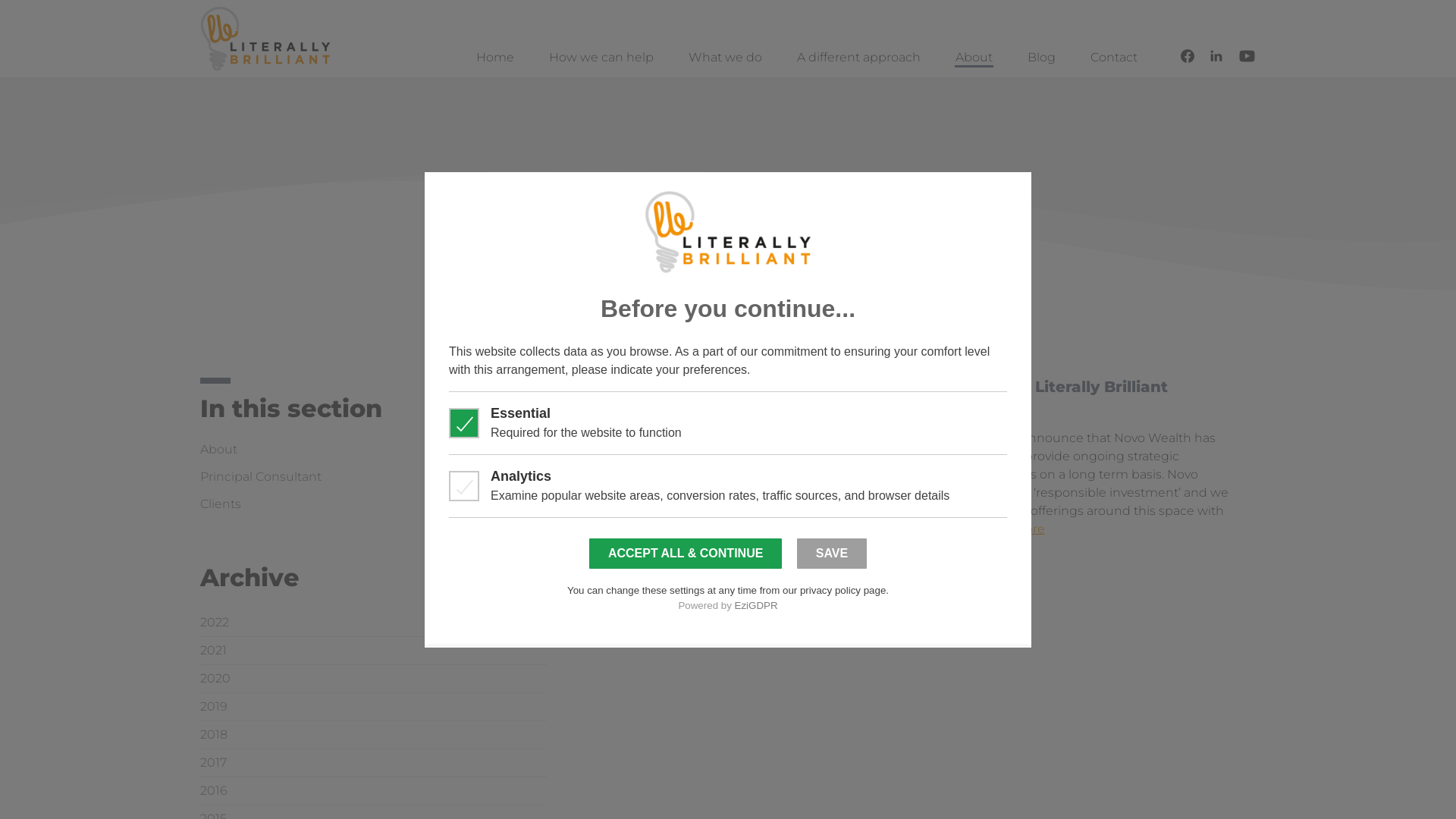  Describe the element at coordinates (724, 57) in the screenshot. I see `'What we do'` at that location.